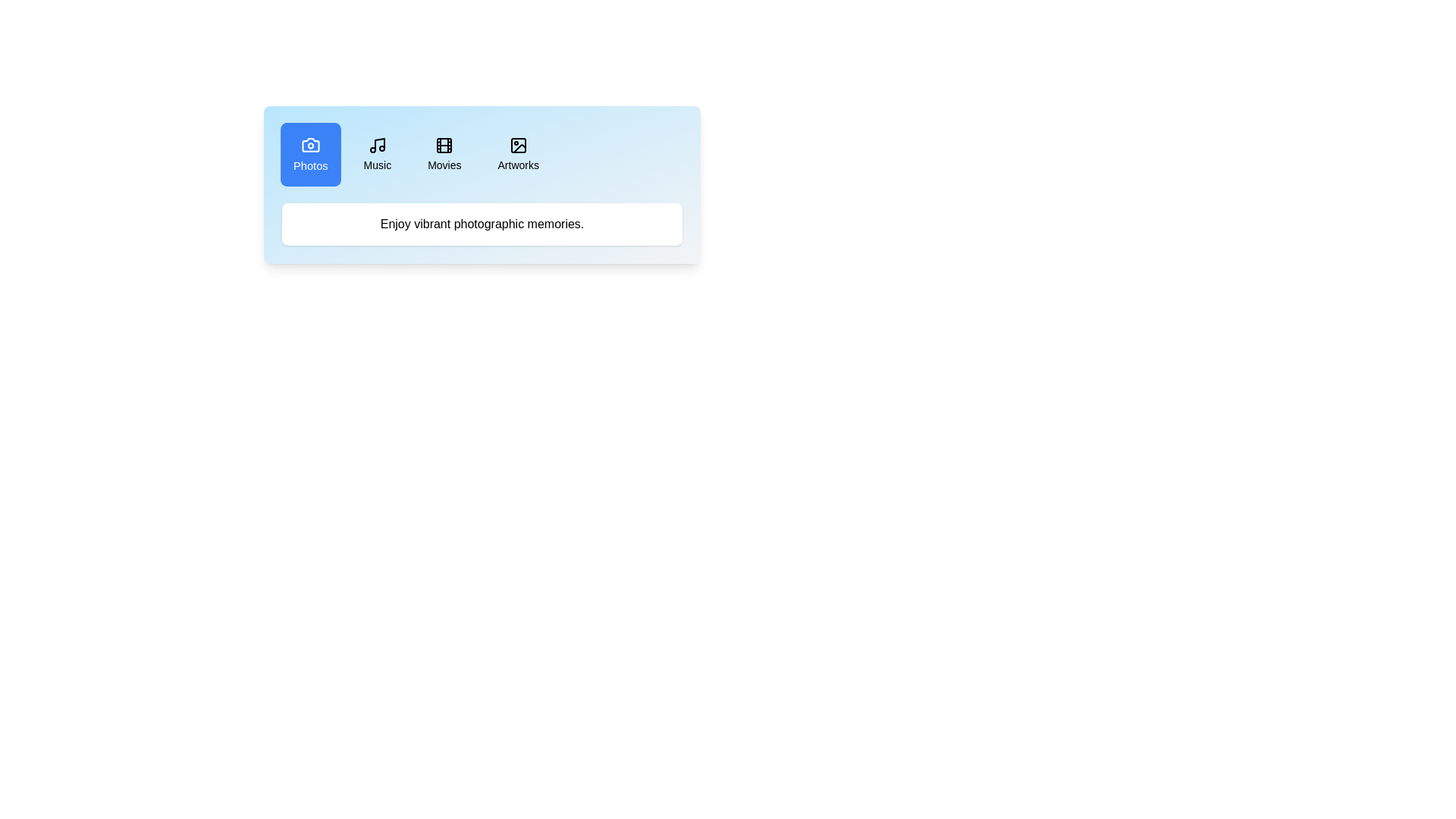 The width and height of the screenshot is (1456, 819). I want to click on the icon of the Movies tab, so click(444, 146).